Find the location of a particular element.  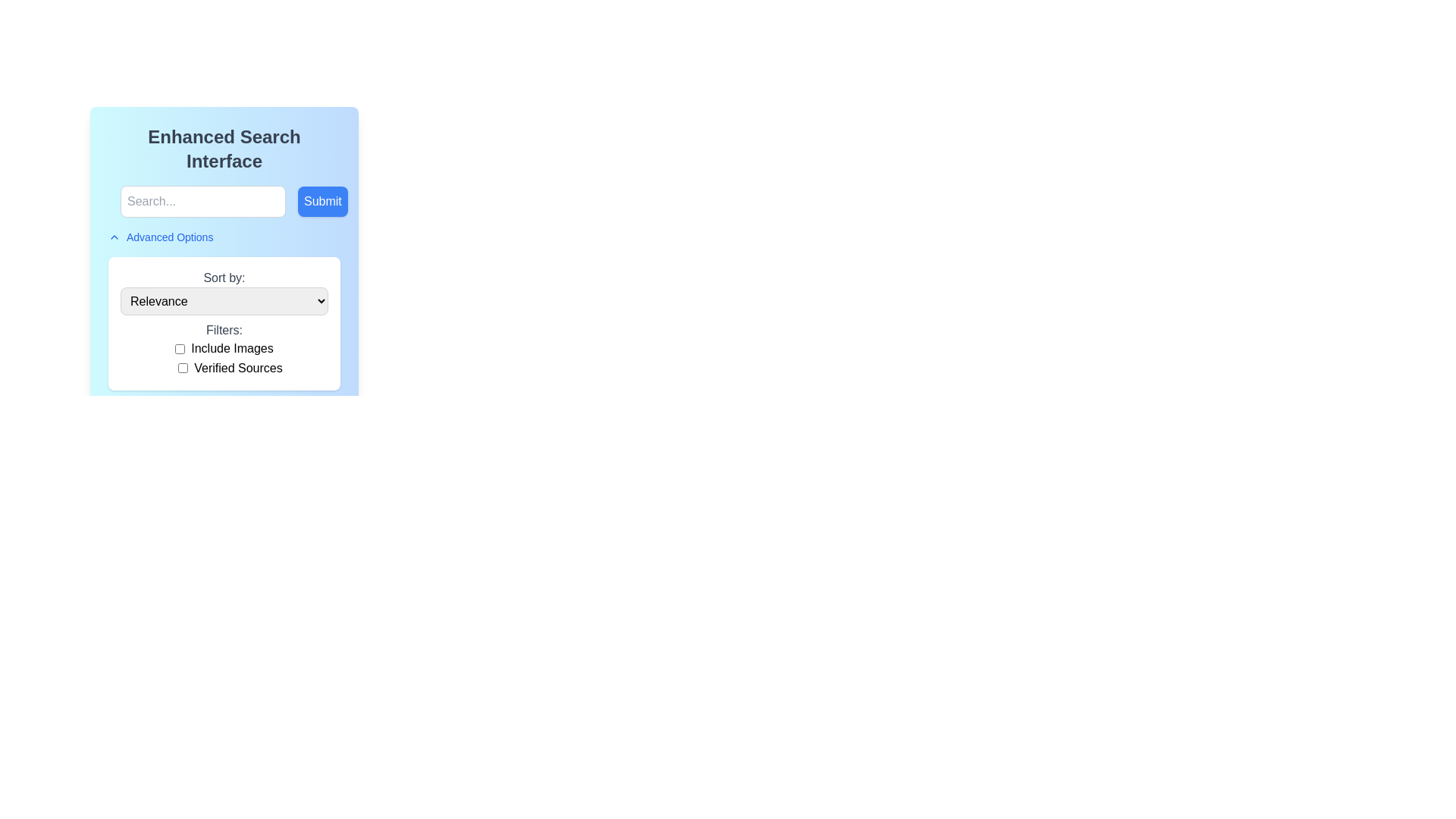

the checkbox that toggles the 'Verified Sources' filter option, located below the 'Filters:' label and to the left of the 'Verified Sources' label is located at coordinates (182, 368).